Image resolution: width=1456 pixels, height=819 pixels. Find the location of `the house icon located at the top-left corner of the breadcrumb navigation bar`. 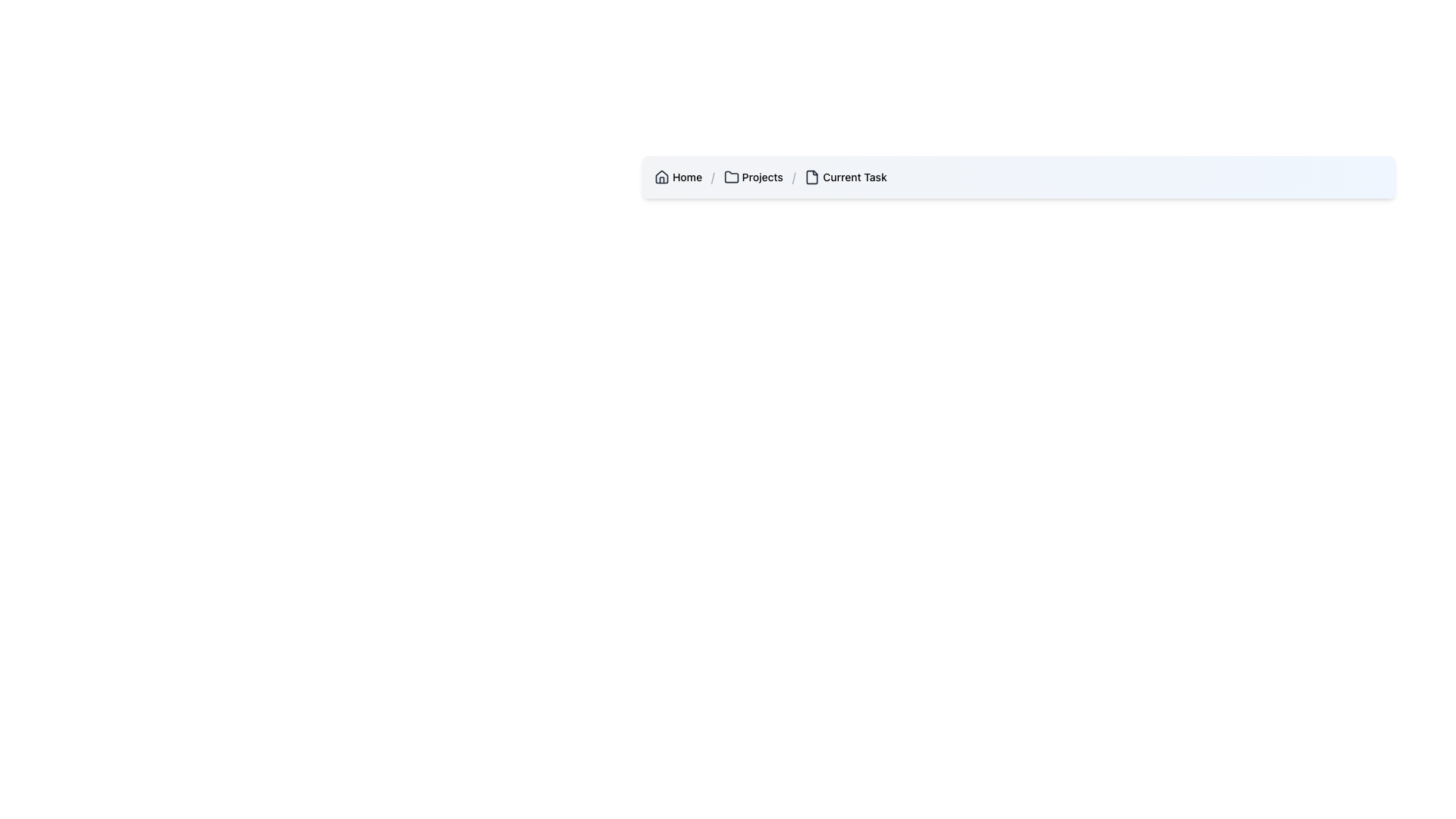

the house icon located at the top-left corner of the breadcrumb navigation bar is located at coordinates (662, 177).